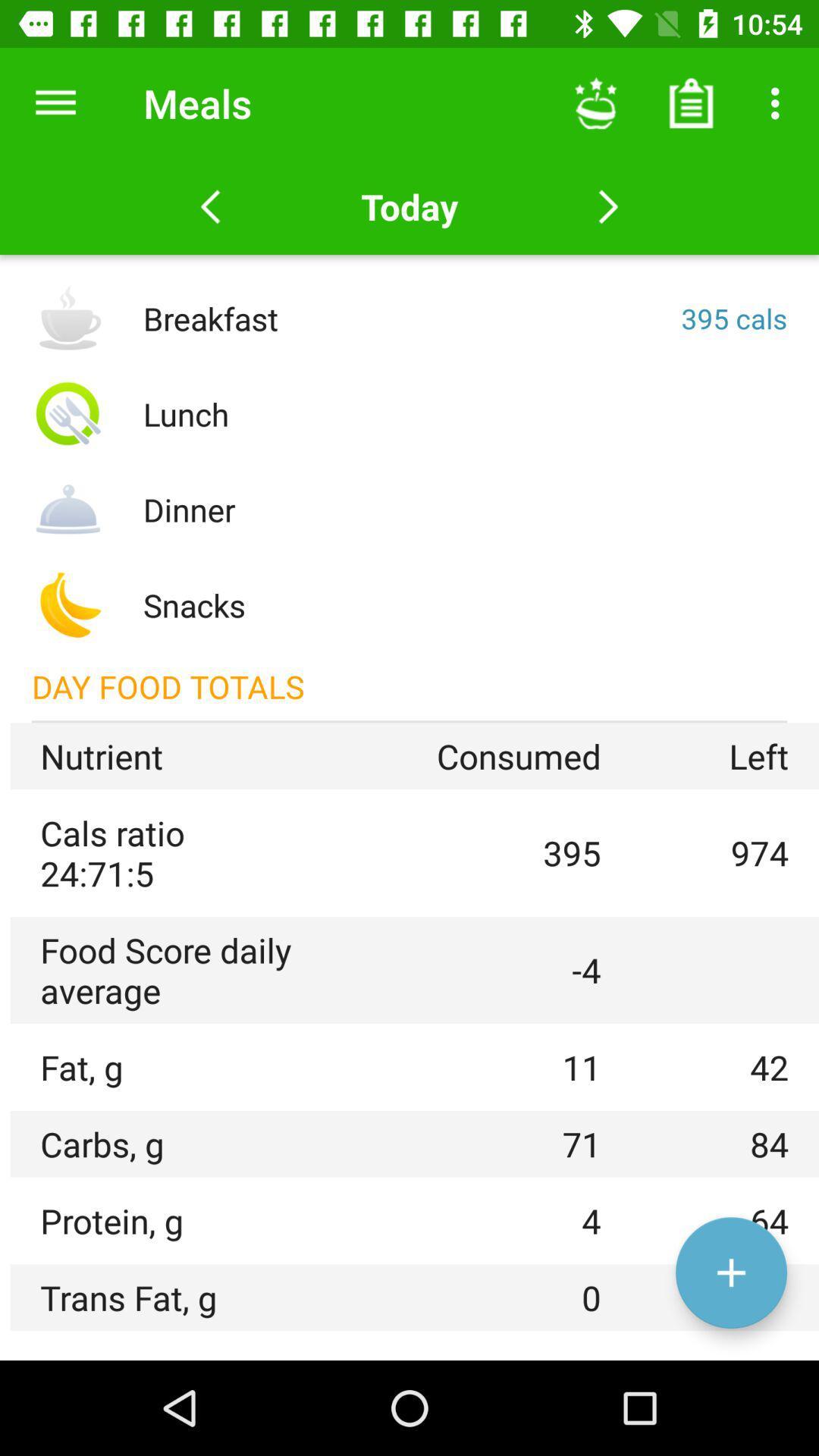 The width and height of the screenshot is (819, 1456). Describe the element at coordinates (730, 1272) in the screenshot. I see `the add icon` at that location.